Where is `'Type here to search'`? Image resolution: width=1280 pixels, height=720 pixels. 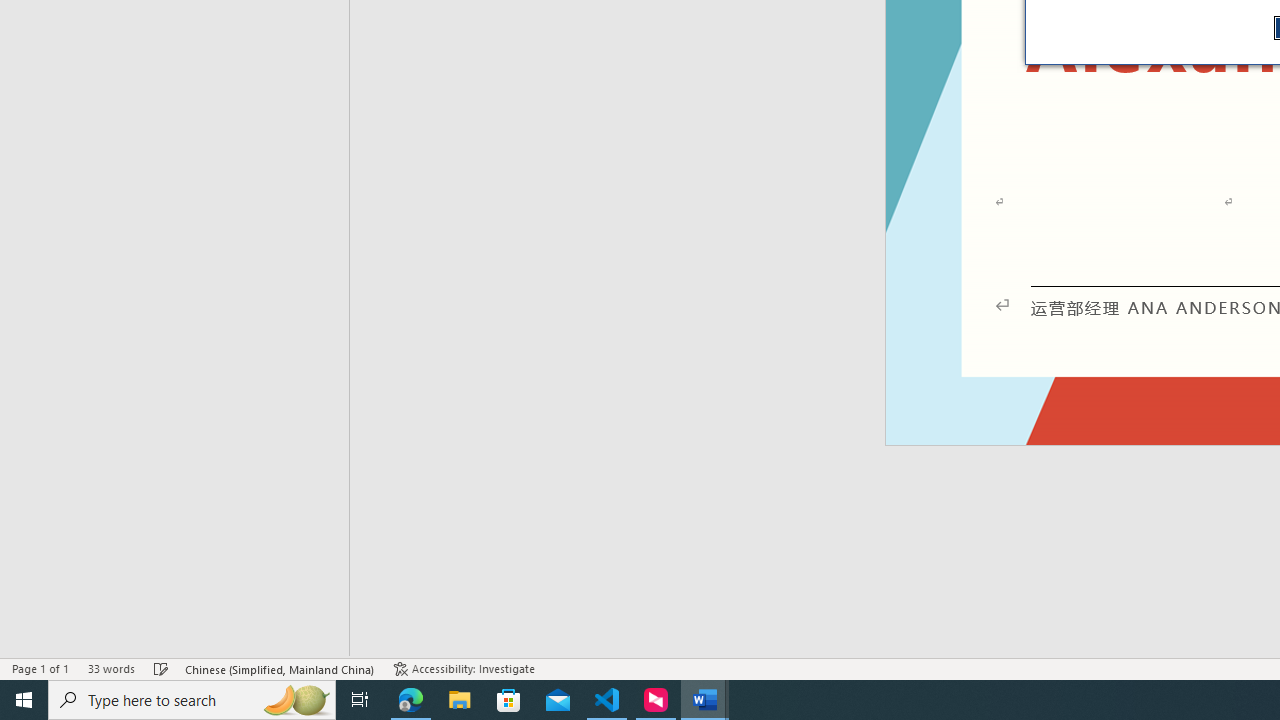 'Type here to search' is located at coordinates (192, 698).